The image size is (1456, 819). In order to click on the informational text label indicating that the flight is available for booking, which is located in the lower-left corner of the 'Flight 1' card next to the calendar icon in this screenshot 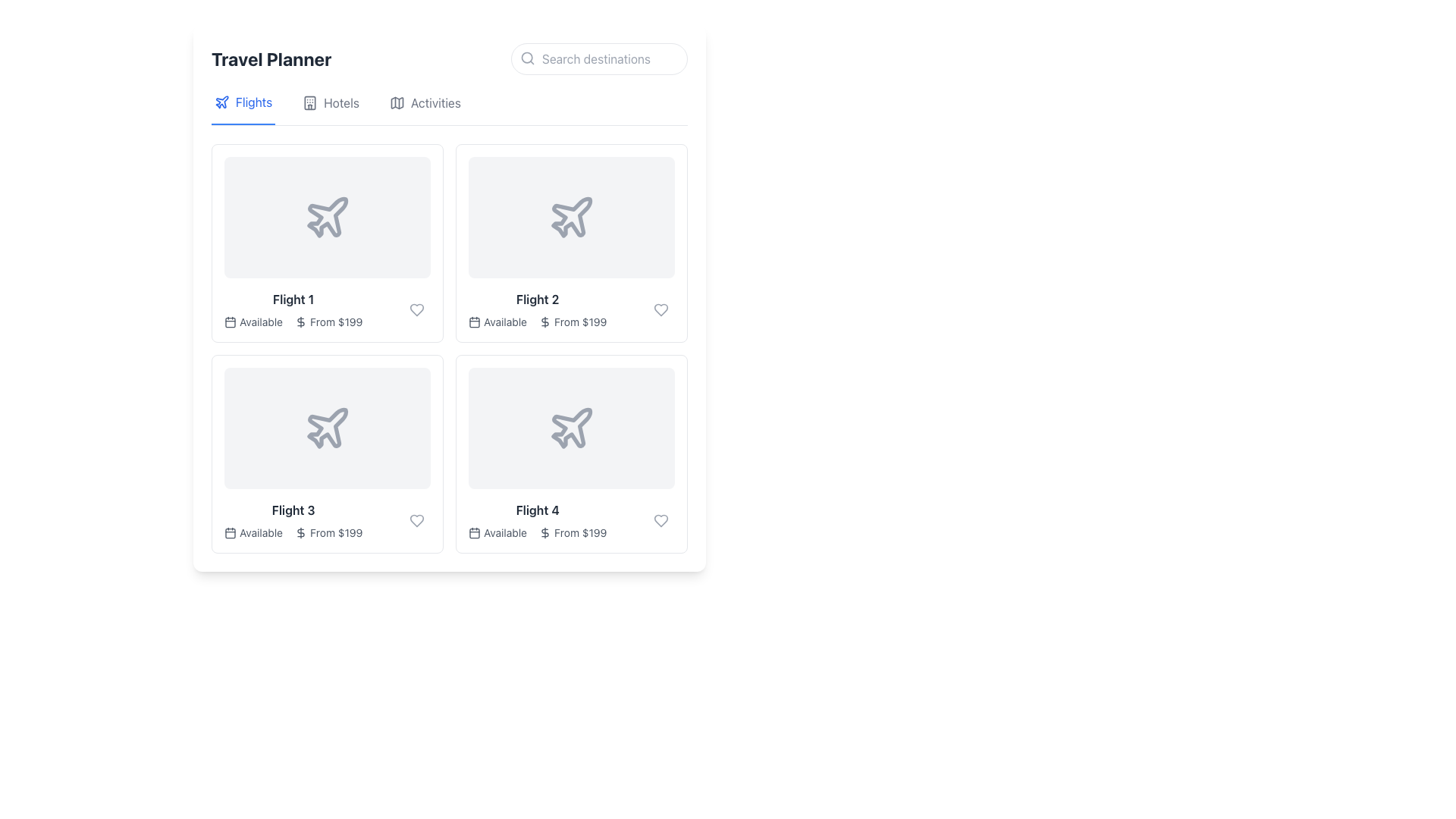, I will do `click(261, 321)`.